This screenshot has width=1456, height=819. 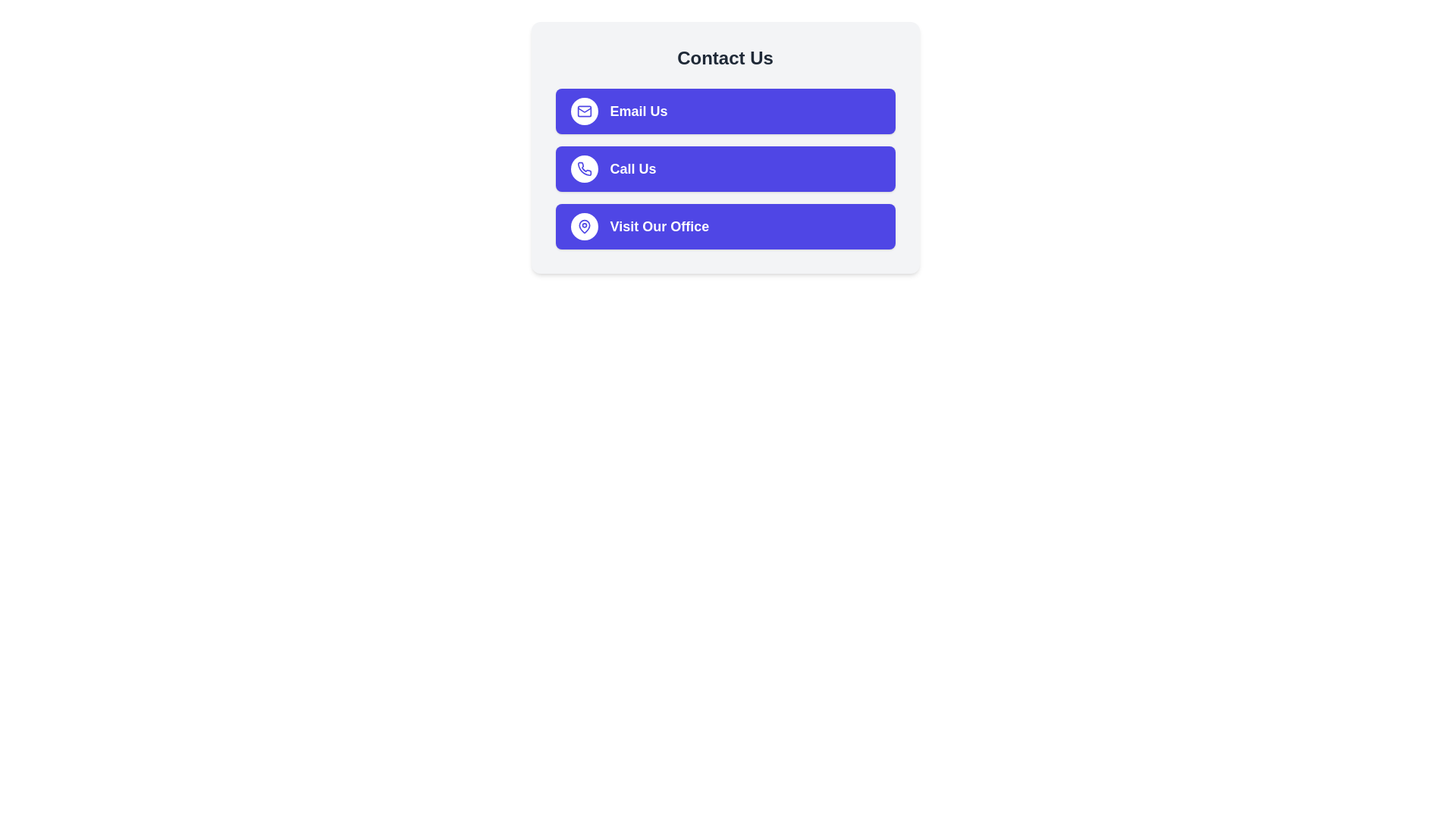 I want to click on the third button from the top in the vertically stacked list, which is associated with visiting the office, so click(x=724, y=227).